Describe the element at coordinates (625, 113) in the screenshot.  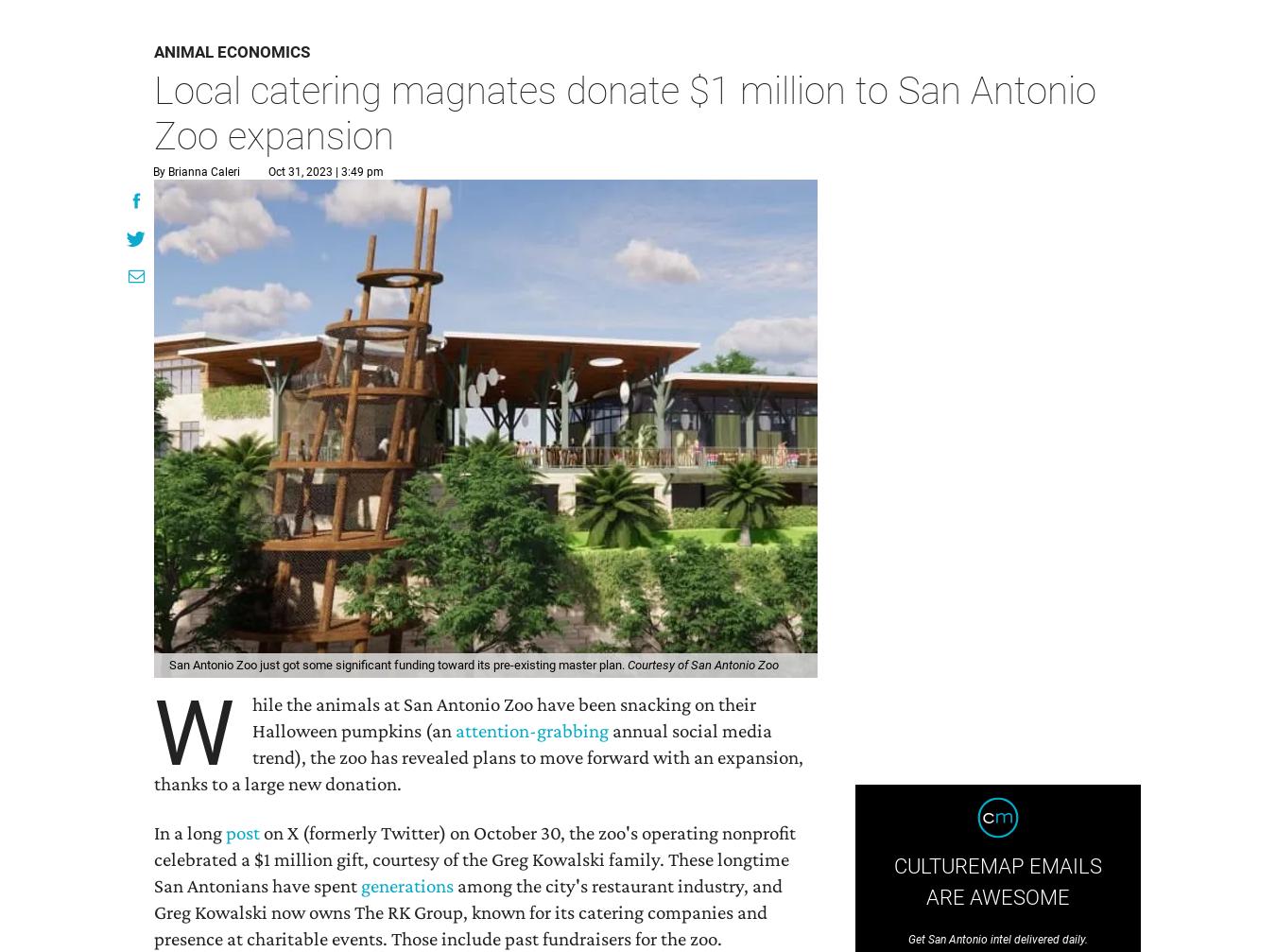
I see `'Local catering magnates donate $1 million to San Antonio Zoo expansion'` at that location.